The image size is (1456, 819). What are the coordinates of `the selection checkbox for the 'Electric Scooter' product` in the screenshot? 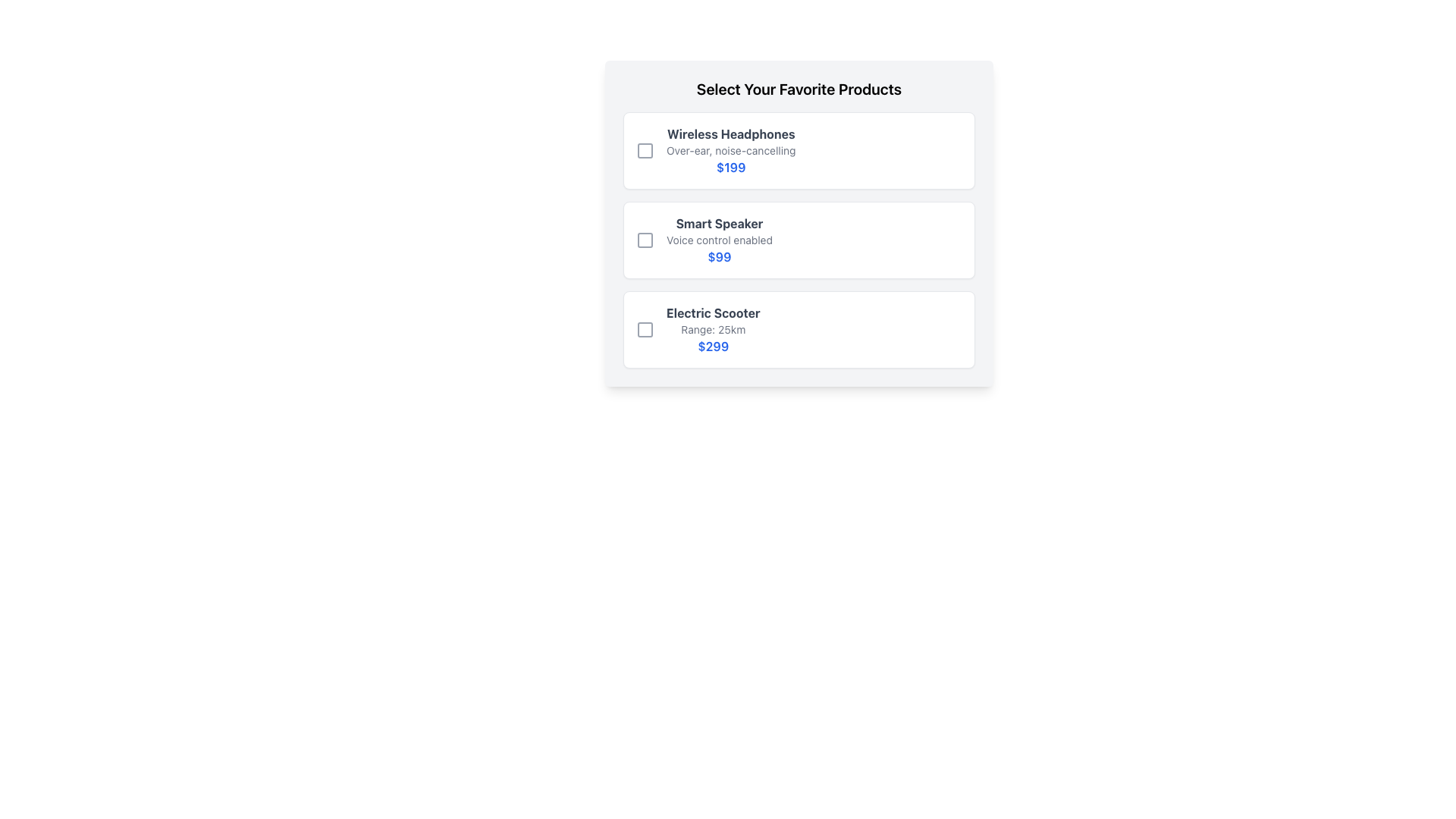 It's located at (645, 329).